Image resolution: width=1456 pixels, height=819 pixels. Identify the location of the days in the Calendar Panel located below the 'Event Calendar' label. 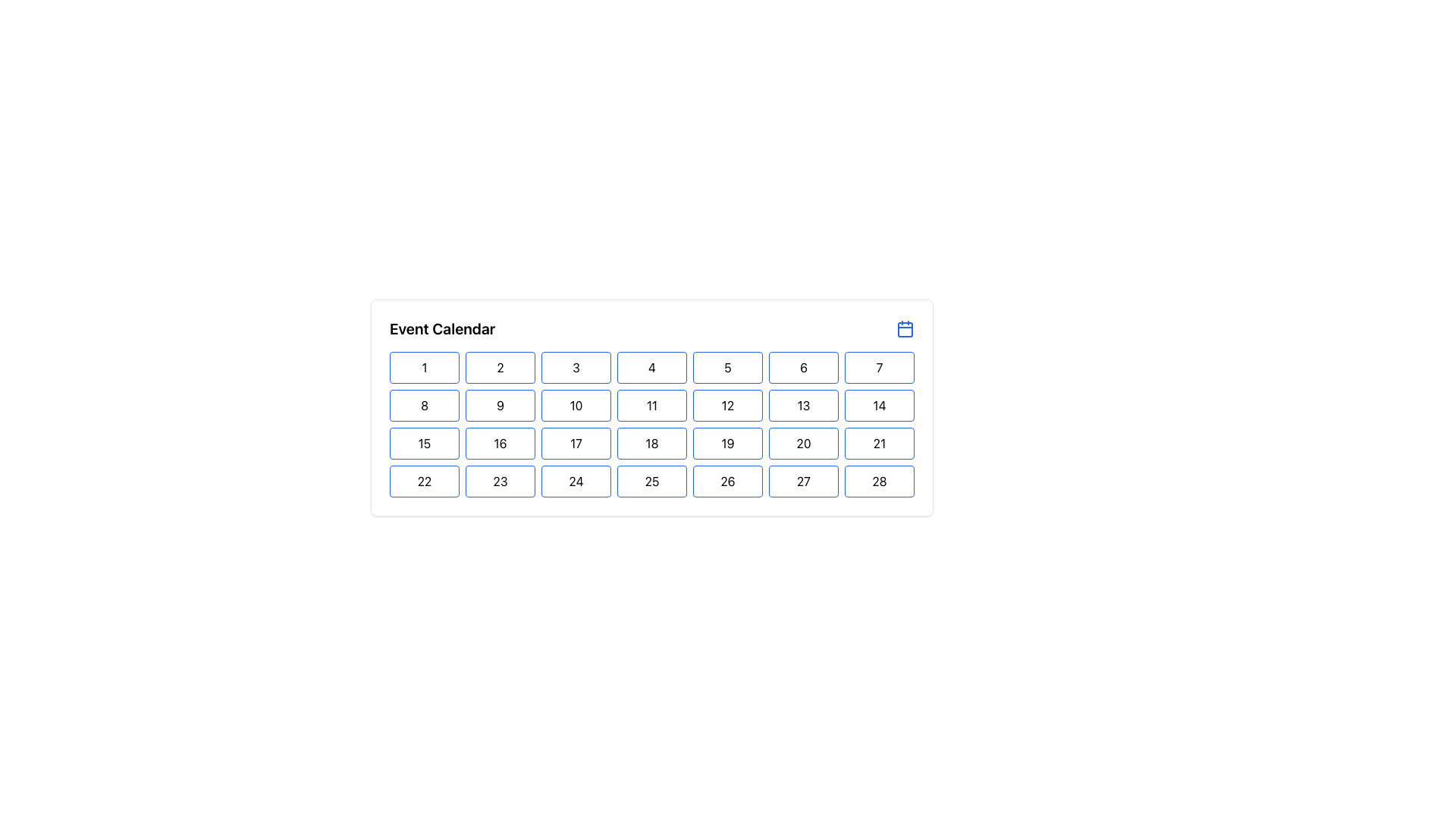
(651, 442).